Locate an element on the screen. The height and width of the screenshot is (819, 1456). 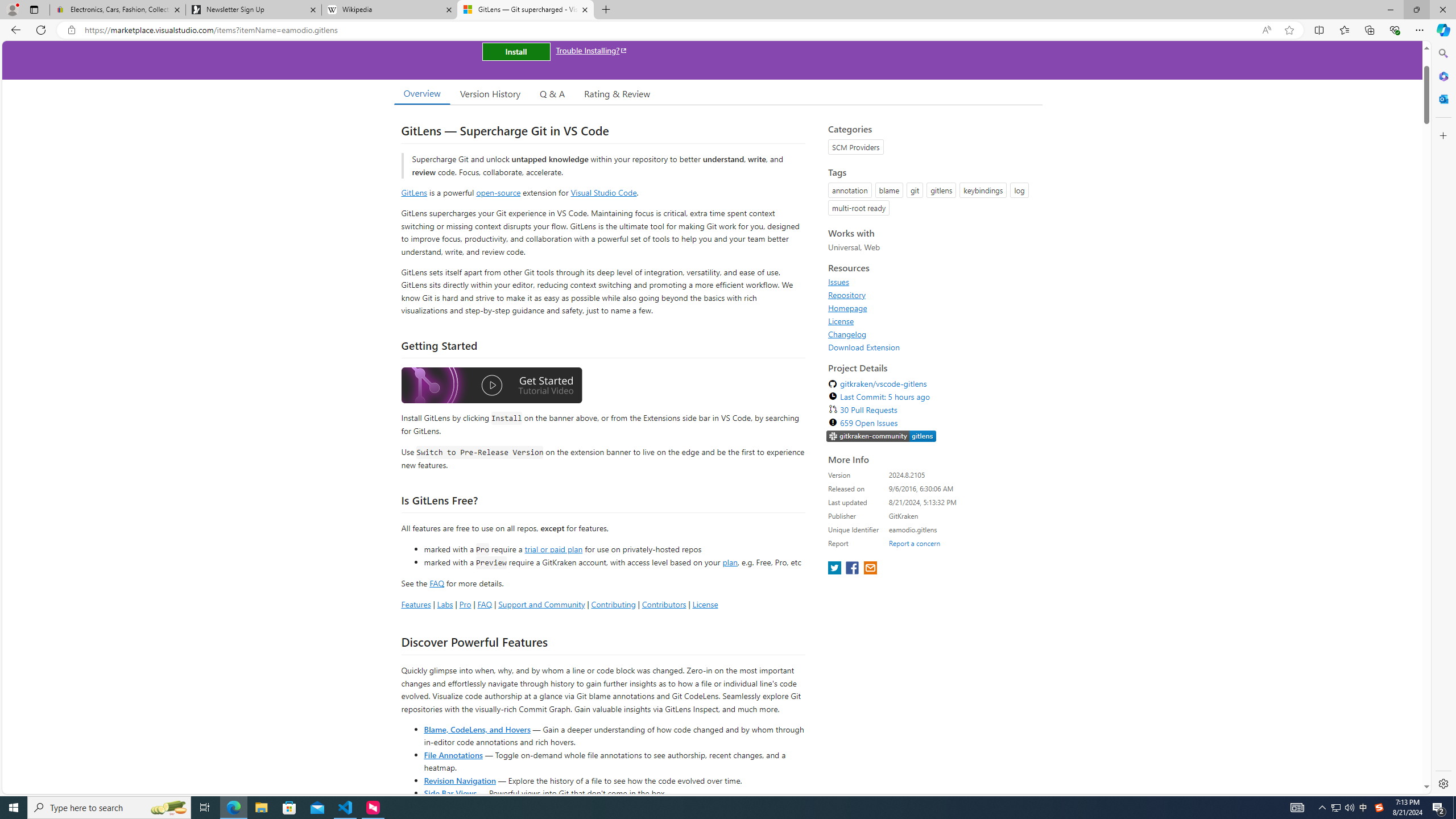
'Issues' is located at coordinates (932, 282).